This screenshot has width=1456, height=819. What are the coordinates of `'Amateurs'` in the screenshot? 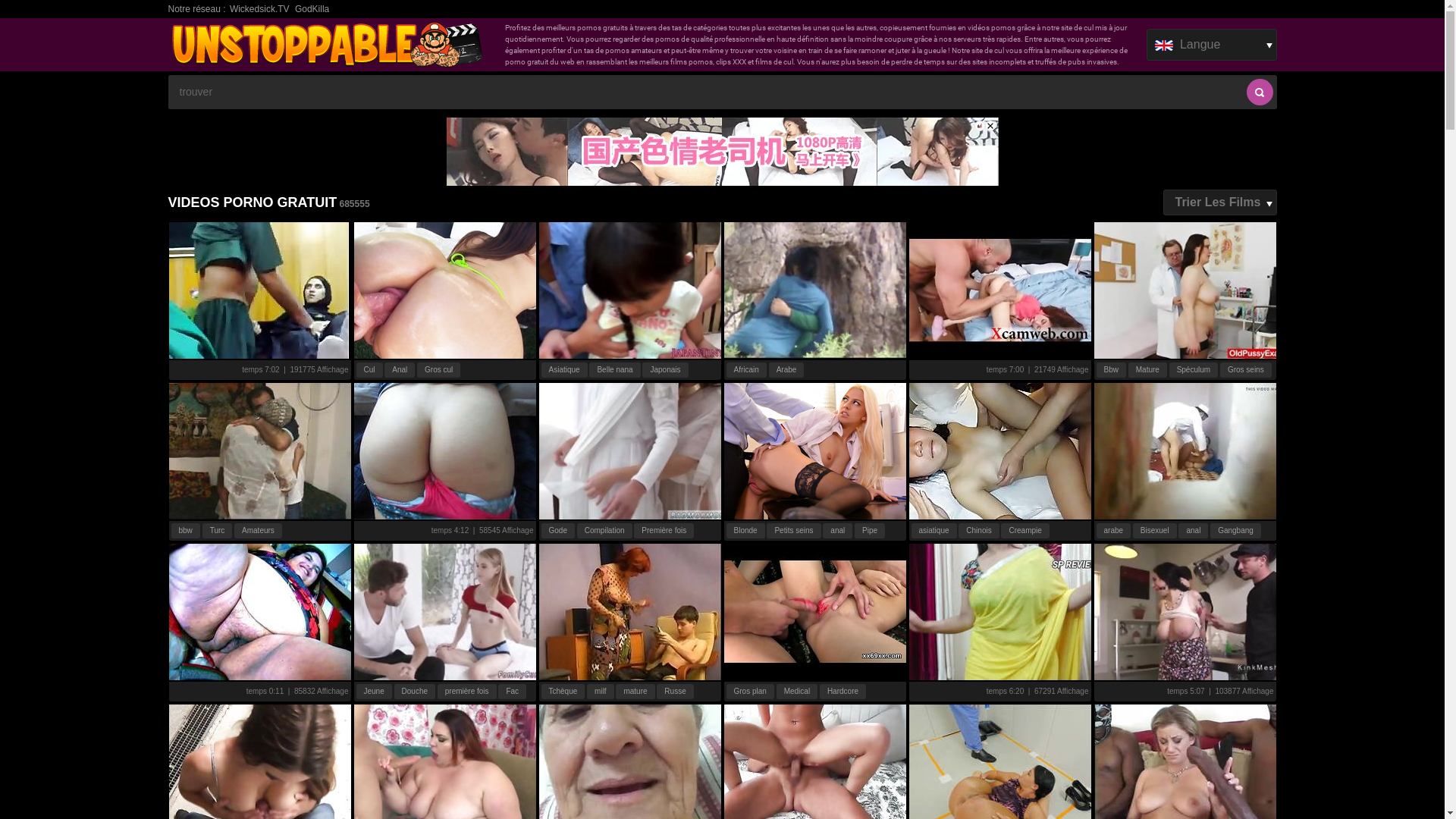 It's located at (258, 529).